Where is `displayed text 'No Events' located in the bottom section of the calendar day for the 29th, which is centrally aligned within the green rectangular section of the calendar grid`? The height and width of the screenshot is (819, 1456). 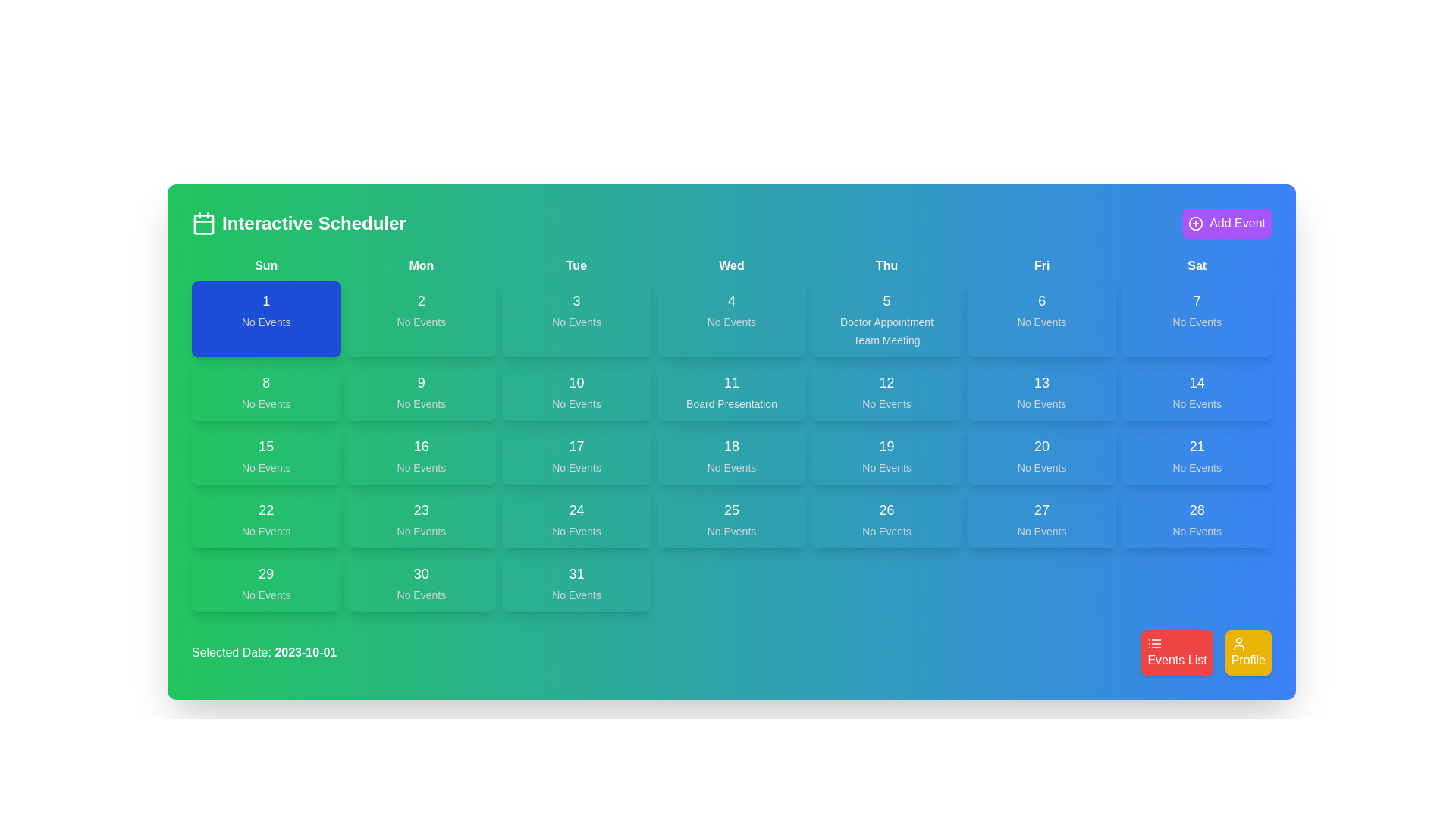
displayed text 'No Events' located in the bottom section of the calendar day for the 29th, which is centrally aligned within the green rectangular section of the calendar grid is located at coordinates (266, 595).